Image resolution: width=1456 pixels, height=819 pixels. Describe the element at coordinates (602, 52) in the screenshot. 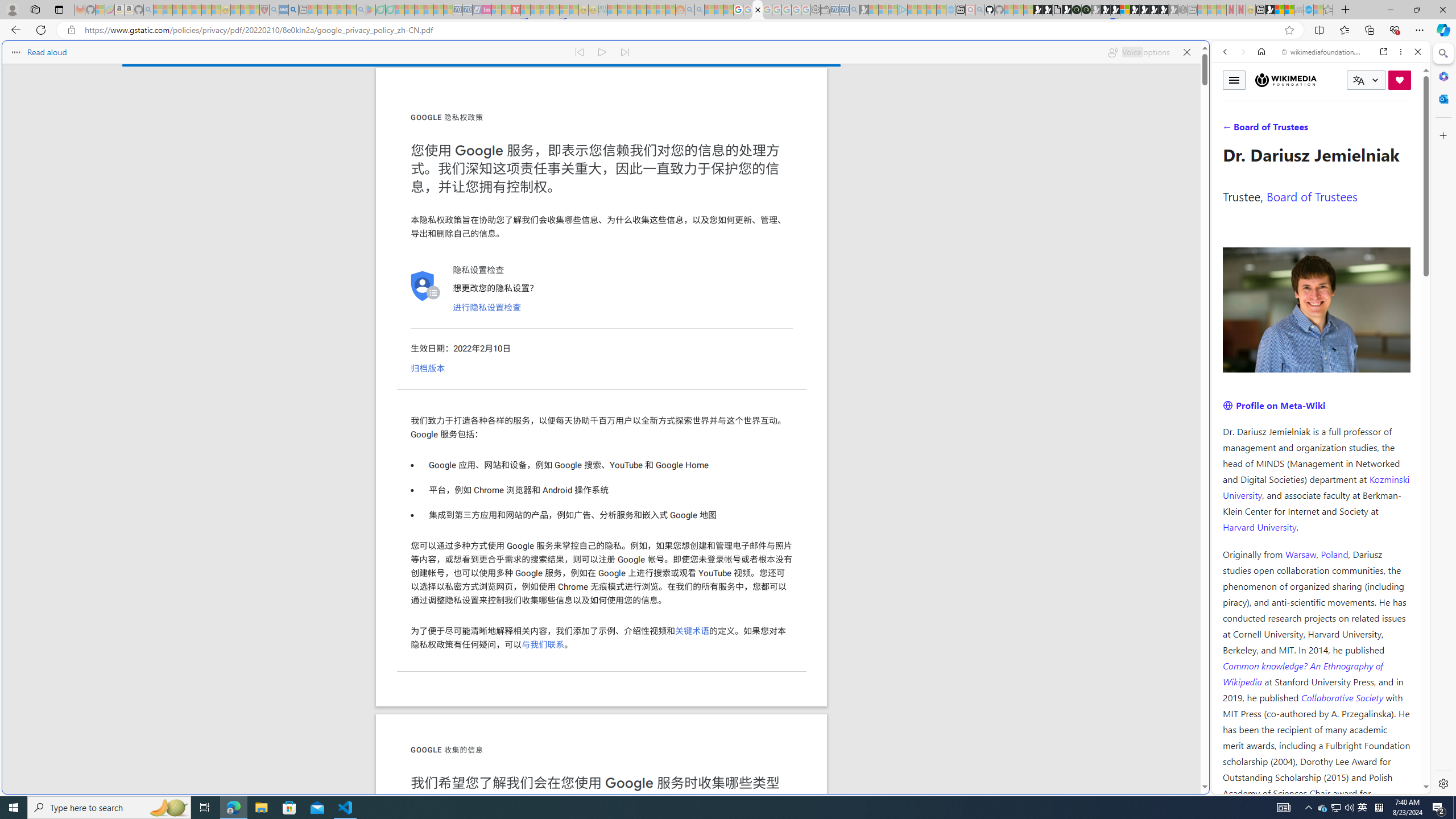

I see `'Continue to read aloud (Ctrl+Shift+U)'` at that location.